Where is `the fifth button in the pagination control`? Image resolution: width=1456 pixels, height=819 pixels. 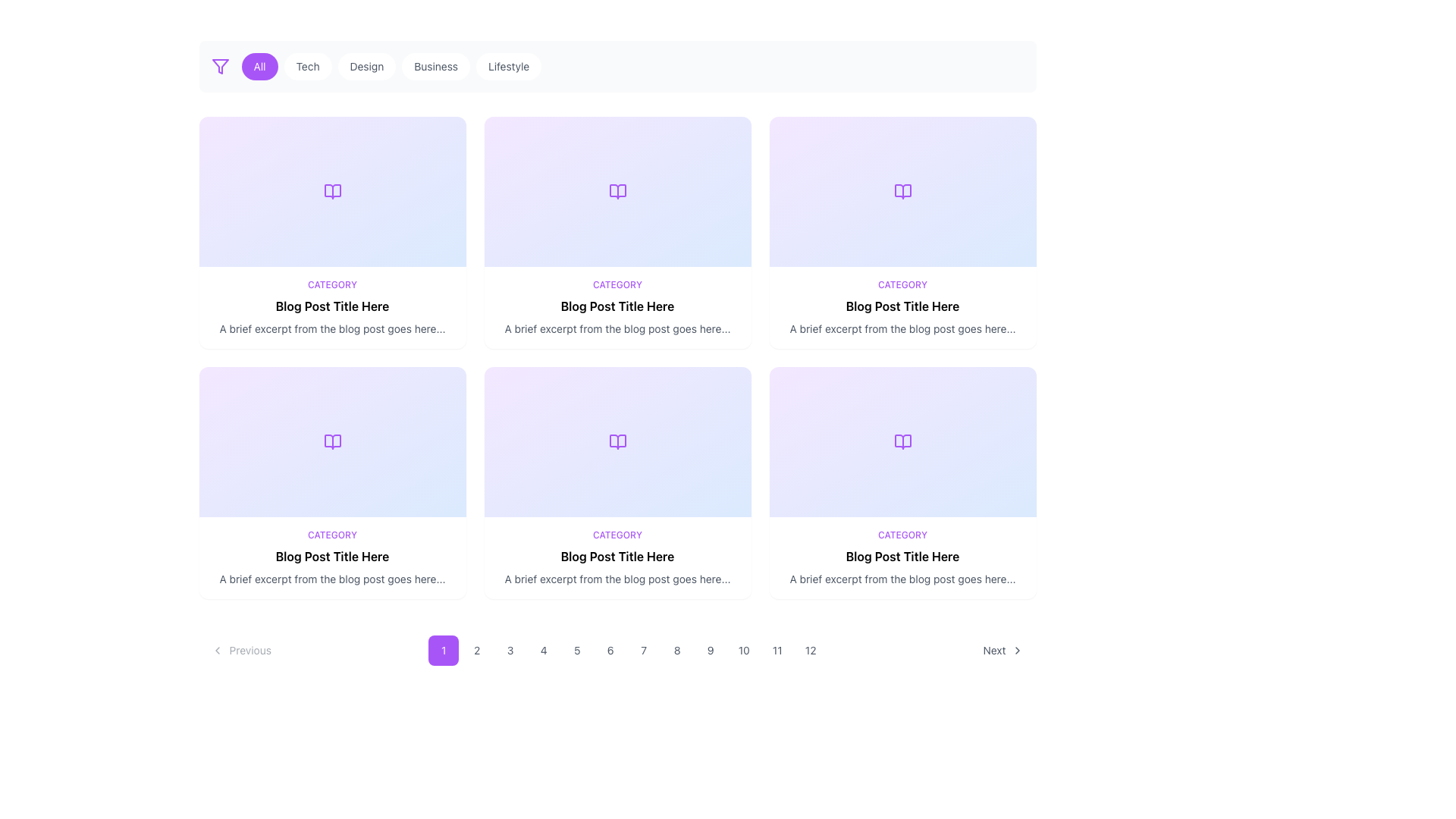
the fifth button in the pagination control is located at coordinates (576, 649).